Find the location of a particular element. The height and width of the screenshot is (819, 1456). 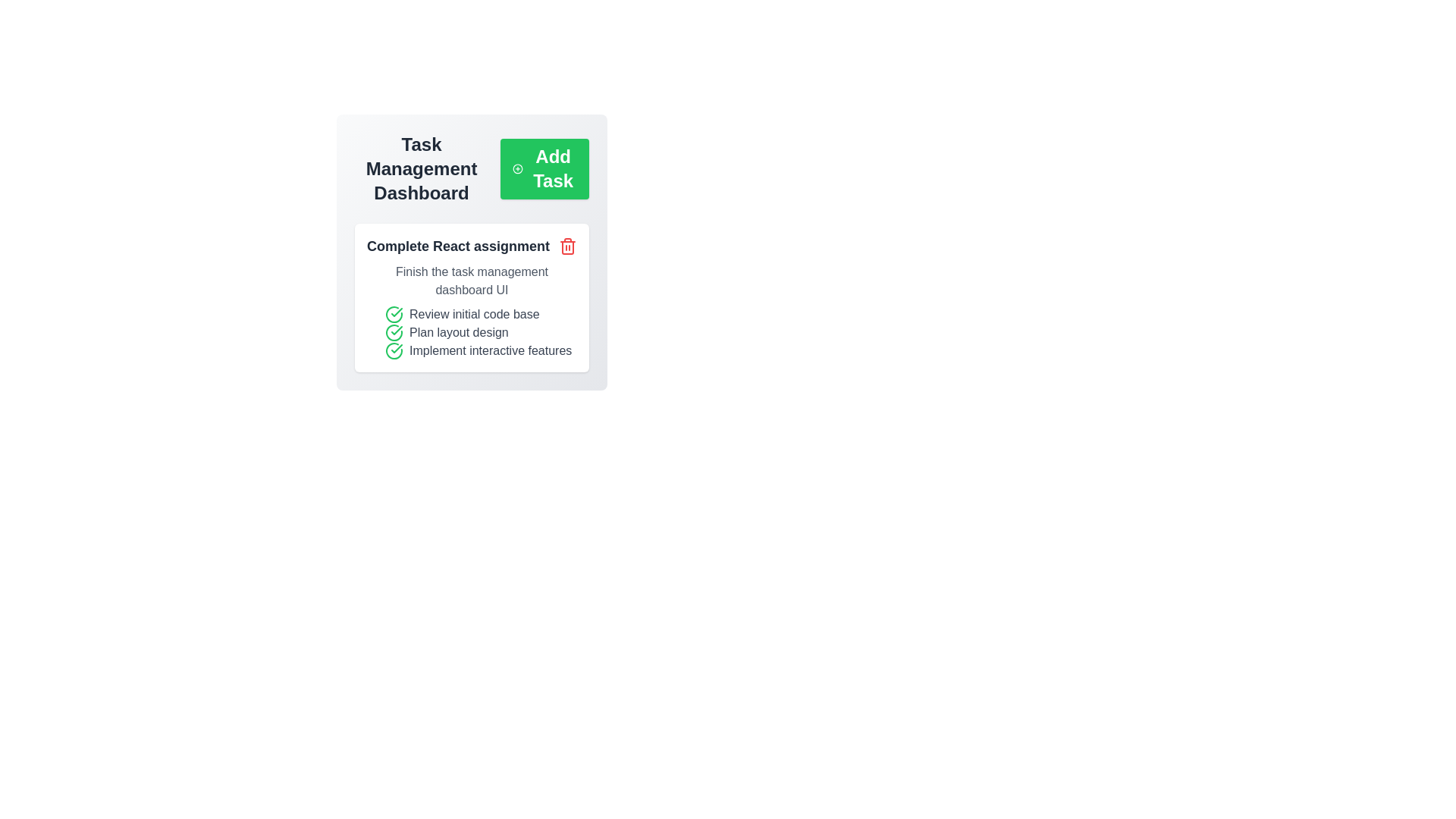

the red rectangular body of the trash bin icon located in the right section of the task card titled 'Complete React assignment' is located at coordinates (566, 247).